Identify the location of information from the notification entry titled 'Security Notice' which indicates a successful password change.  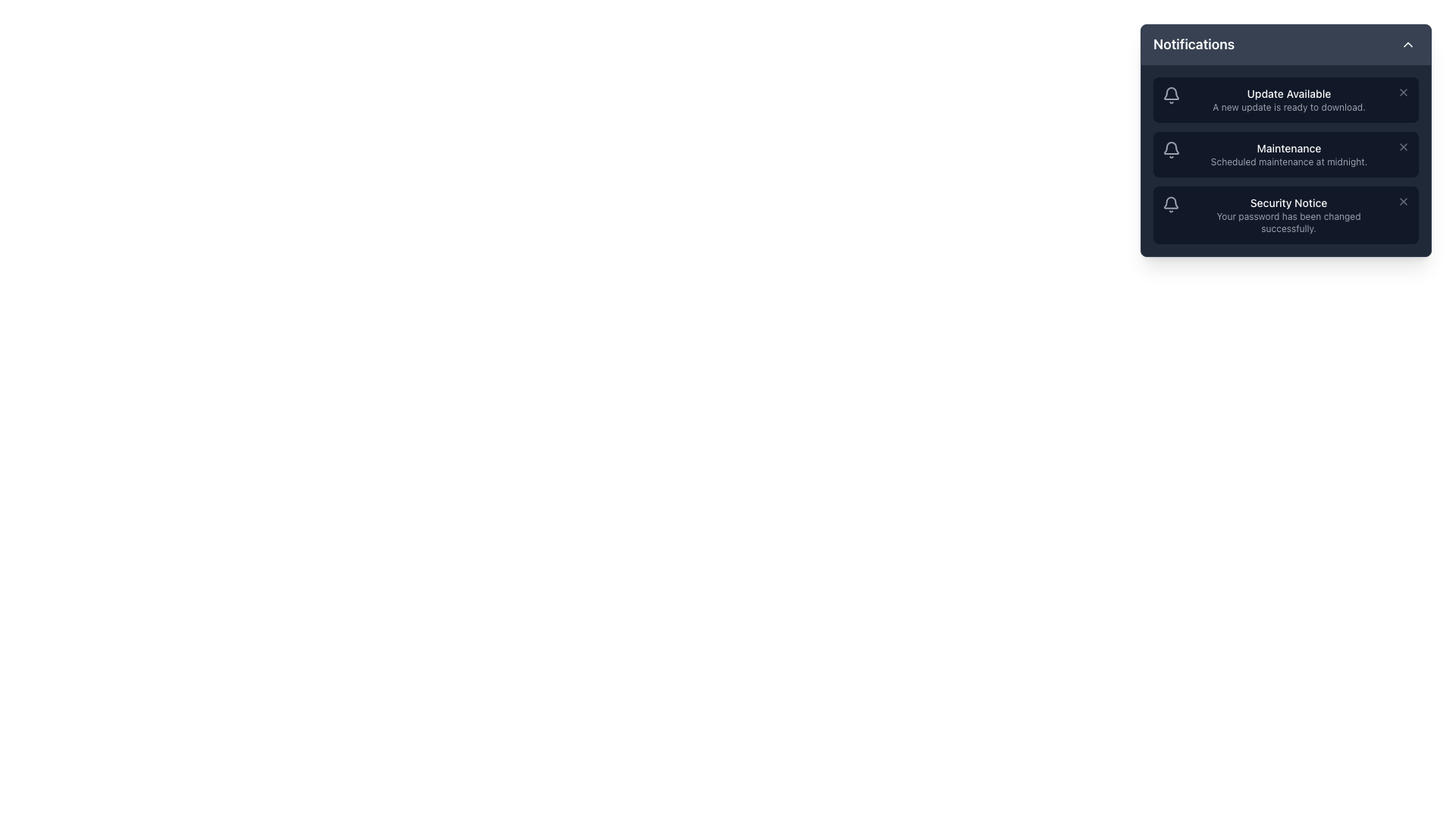
(1288, 215).